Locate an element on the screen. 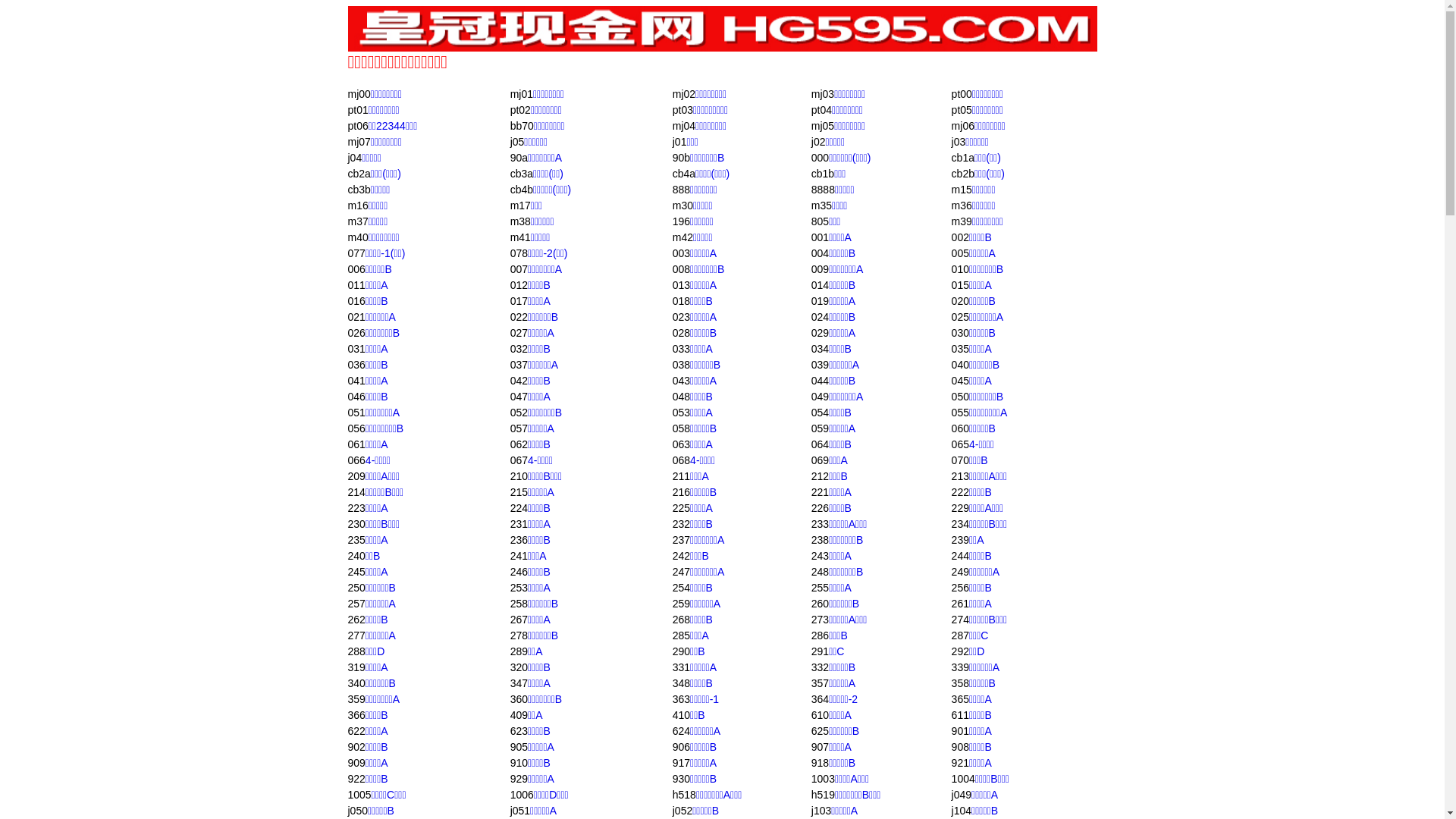  '044' is located at coordinates (819, 379).